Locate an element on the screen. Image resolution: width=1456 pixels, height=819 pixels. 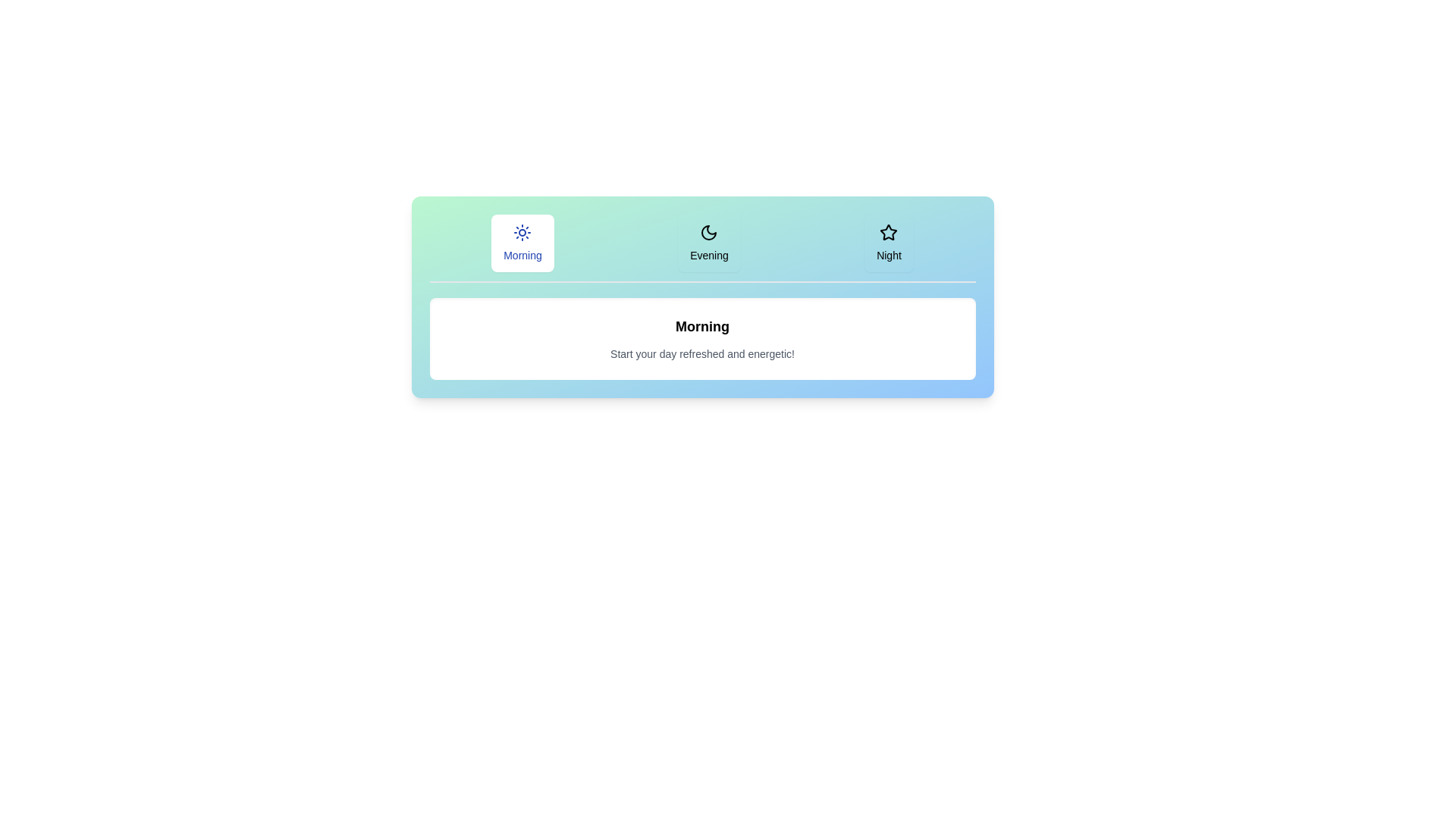
the Evening tab by clicking on it is located at coordinates (708, 242).